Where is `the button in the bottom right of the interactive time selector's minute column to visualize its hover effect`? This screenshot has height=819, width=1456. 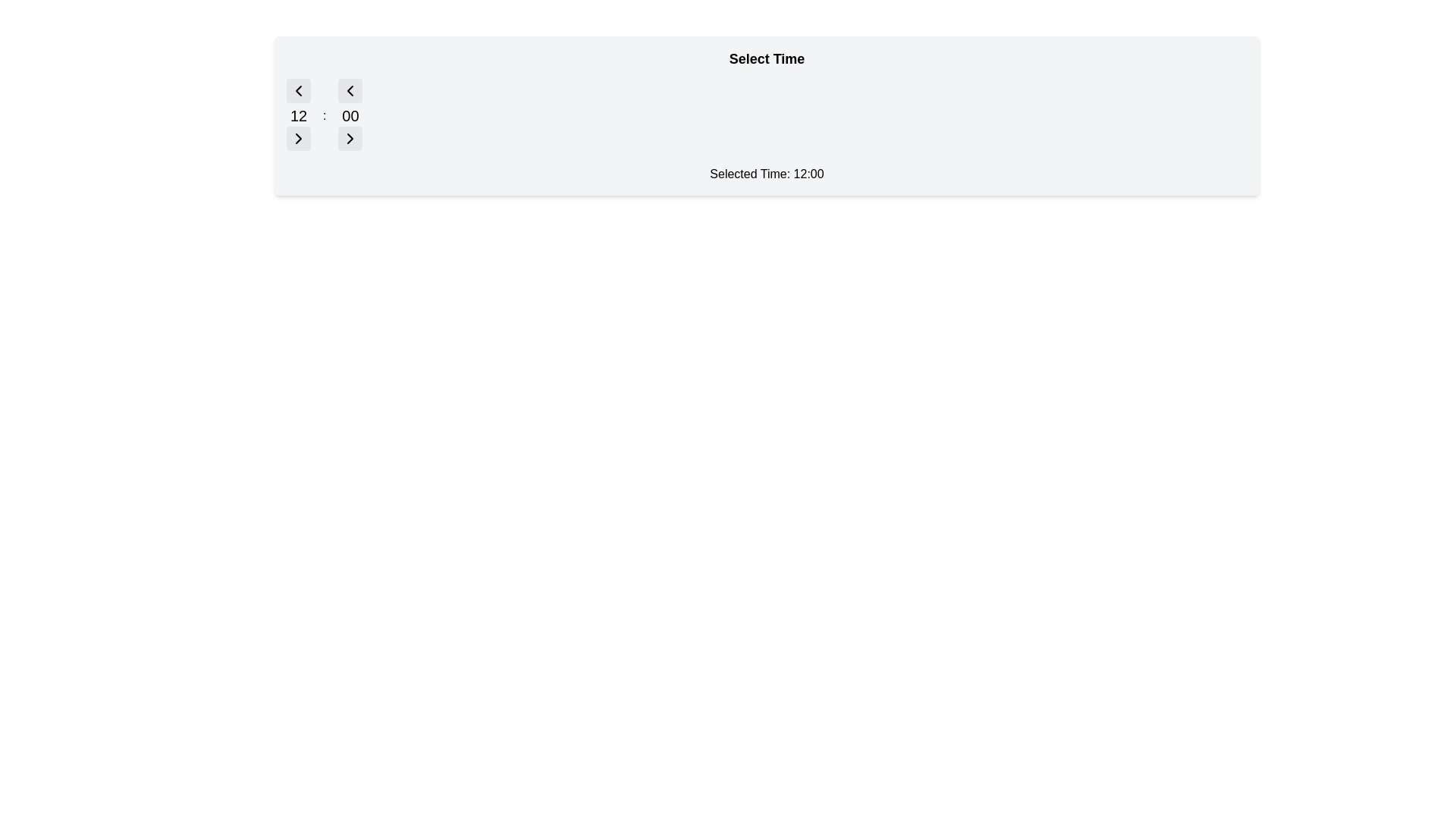
the button in the bottom right of the interactive time selector's minute column to visualize its hover effect is located at coordinates (350, 138).